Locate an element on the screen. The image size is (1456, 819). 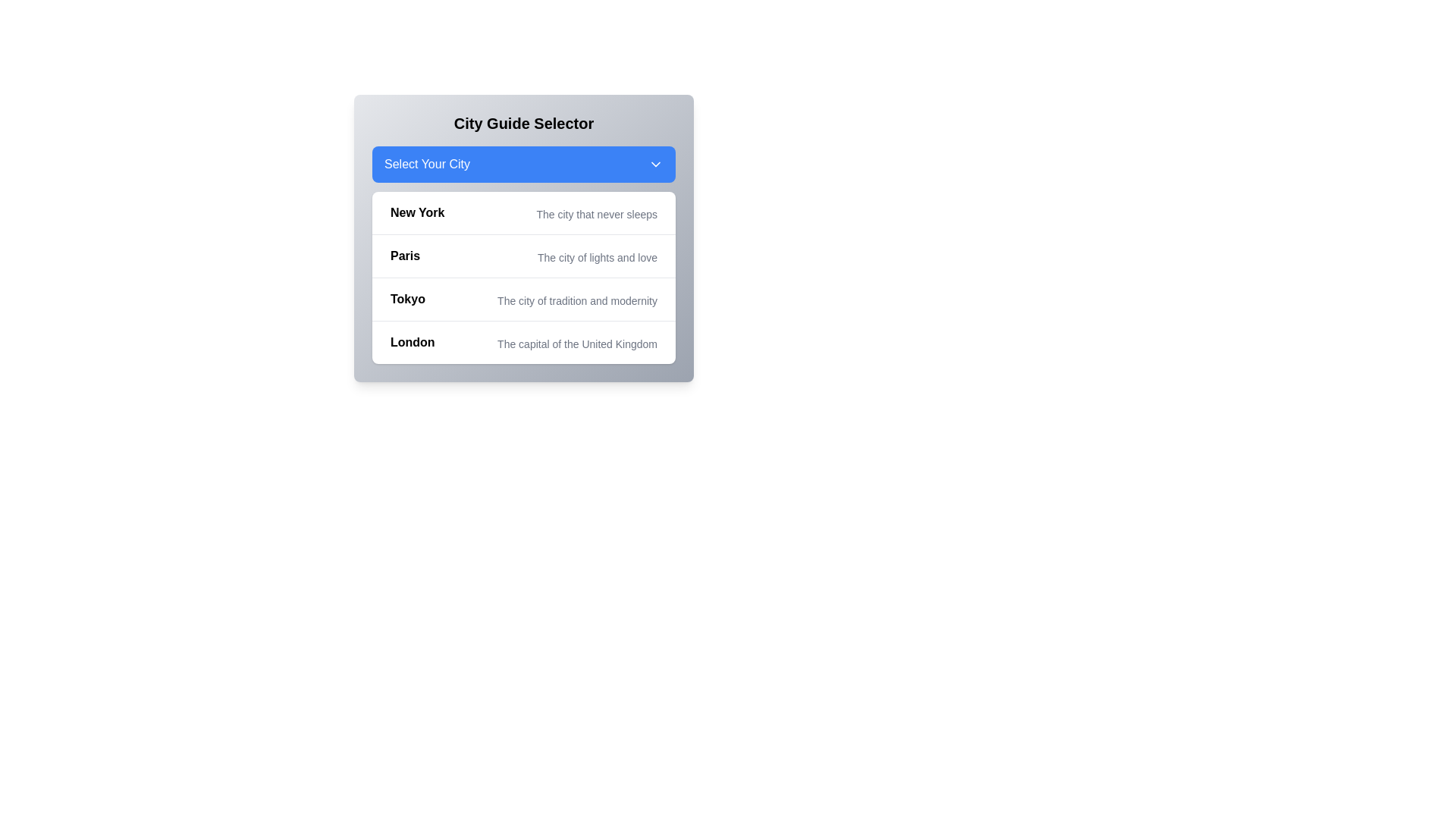
the text label displaying 'Paris' in bold, which is located in the second row of the dropdown selection interface under 'Select Your City' is located at coordinates (405, 256).